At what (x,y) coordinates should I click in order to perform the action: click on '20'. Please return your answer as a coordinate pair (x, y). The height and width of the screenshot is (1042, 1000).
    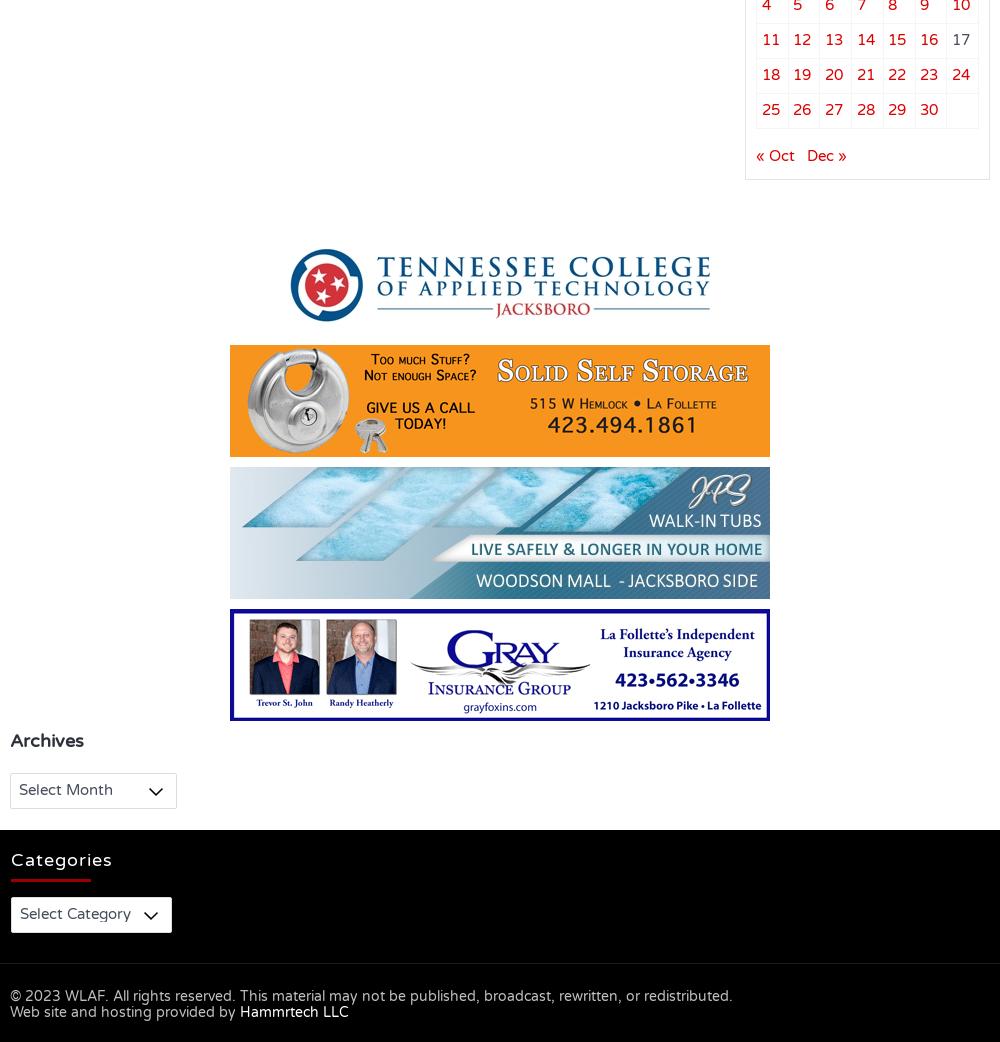
    Looking at the image, I should click on (832, 74).